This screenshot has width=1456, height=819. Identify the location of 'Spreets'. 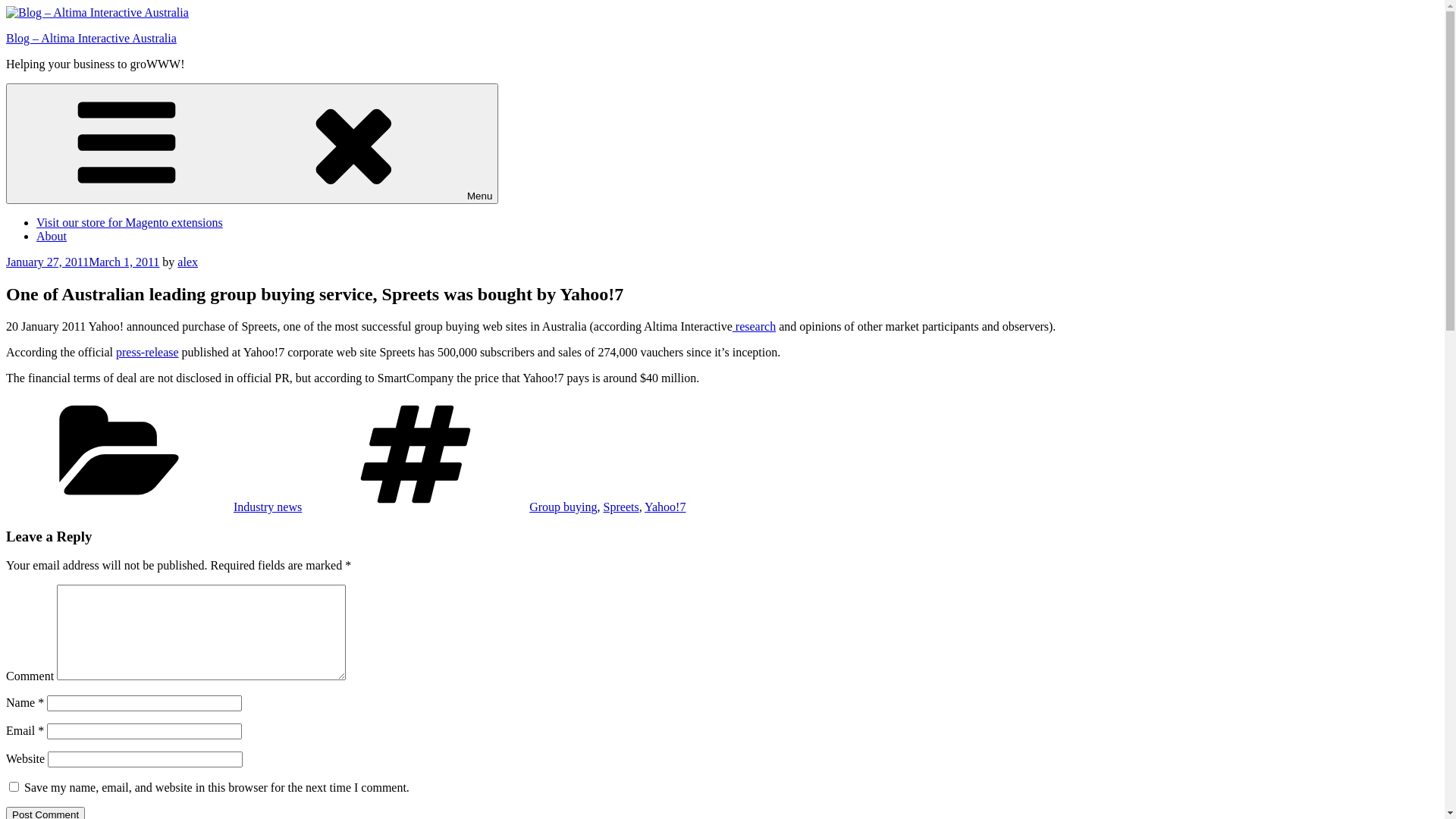
(603, 507).